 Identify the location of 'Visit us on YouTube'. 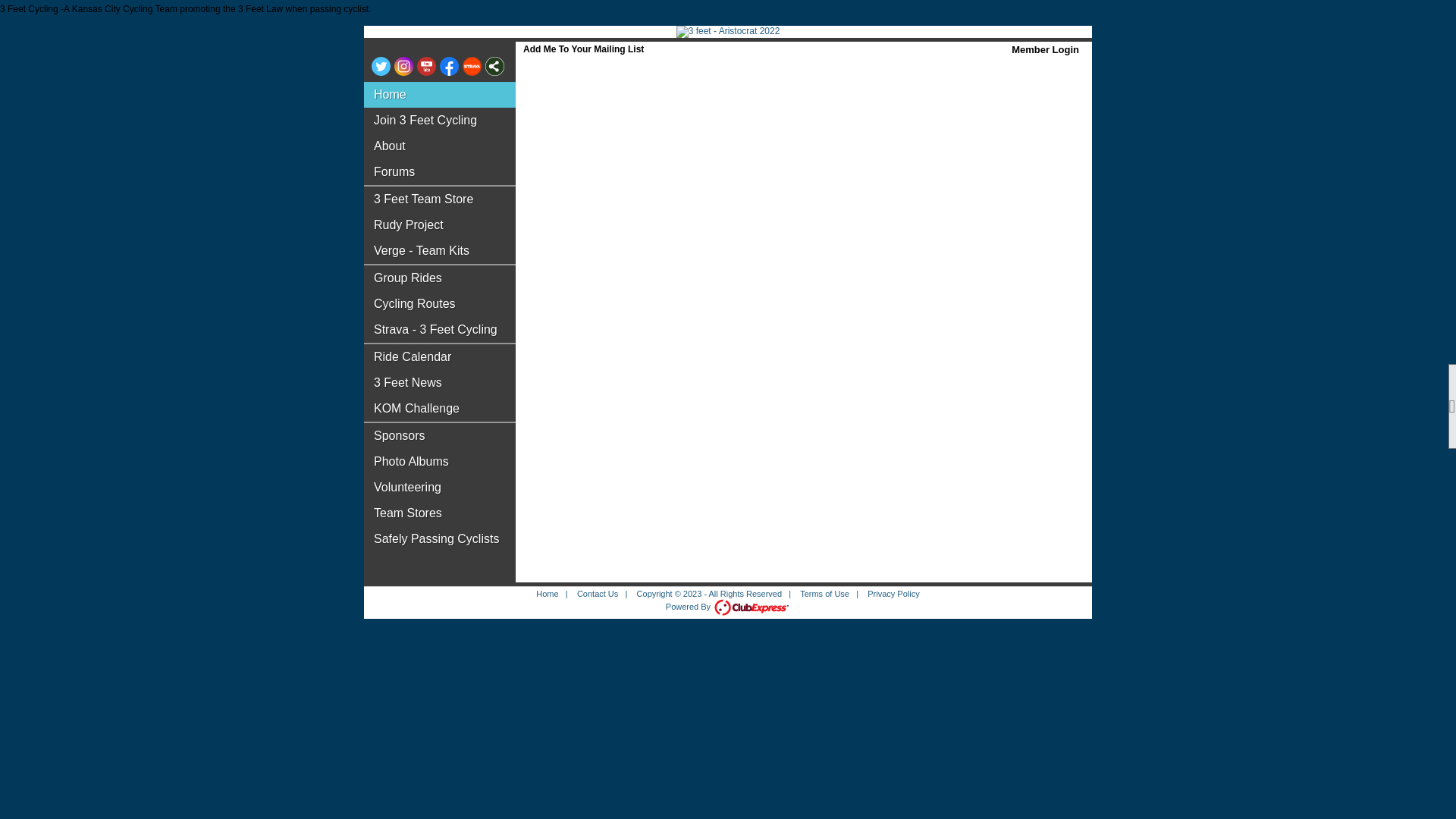
(425, 66).